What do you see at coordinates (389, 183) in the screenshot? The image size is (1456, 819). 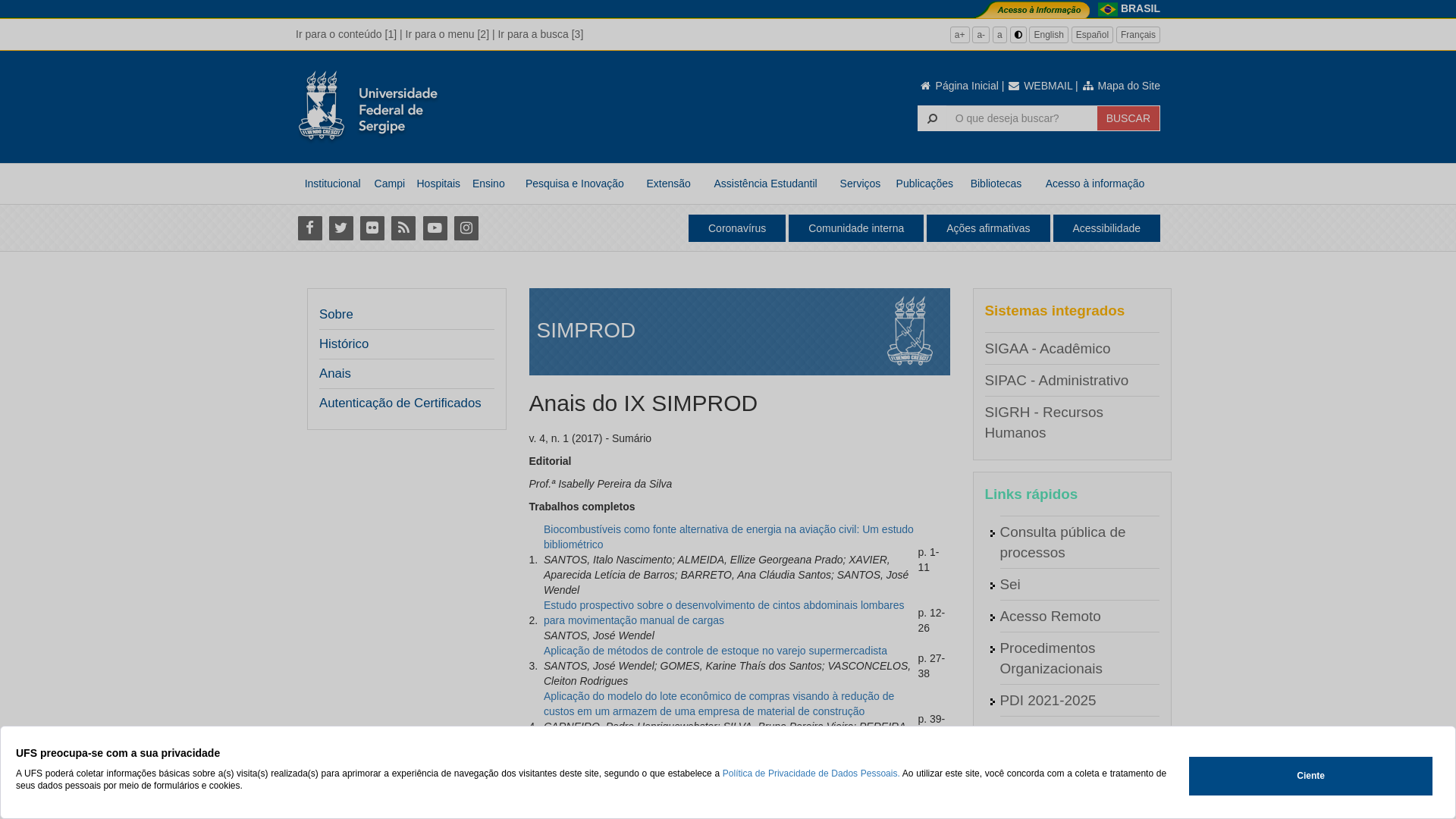 I see `'Campi'` at bounding box center [389, 183].